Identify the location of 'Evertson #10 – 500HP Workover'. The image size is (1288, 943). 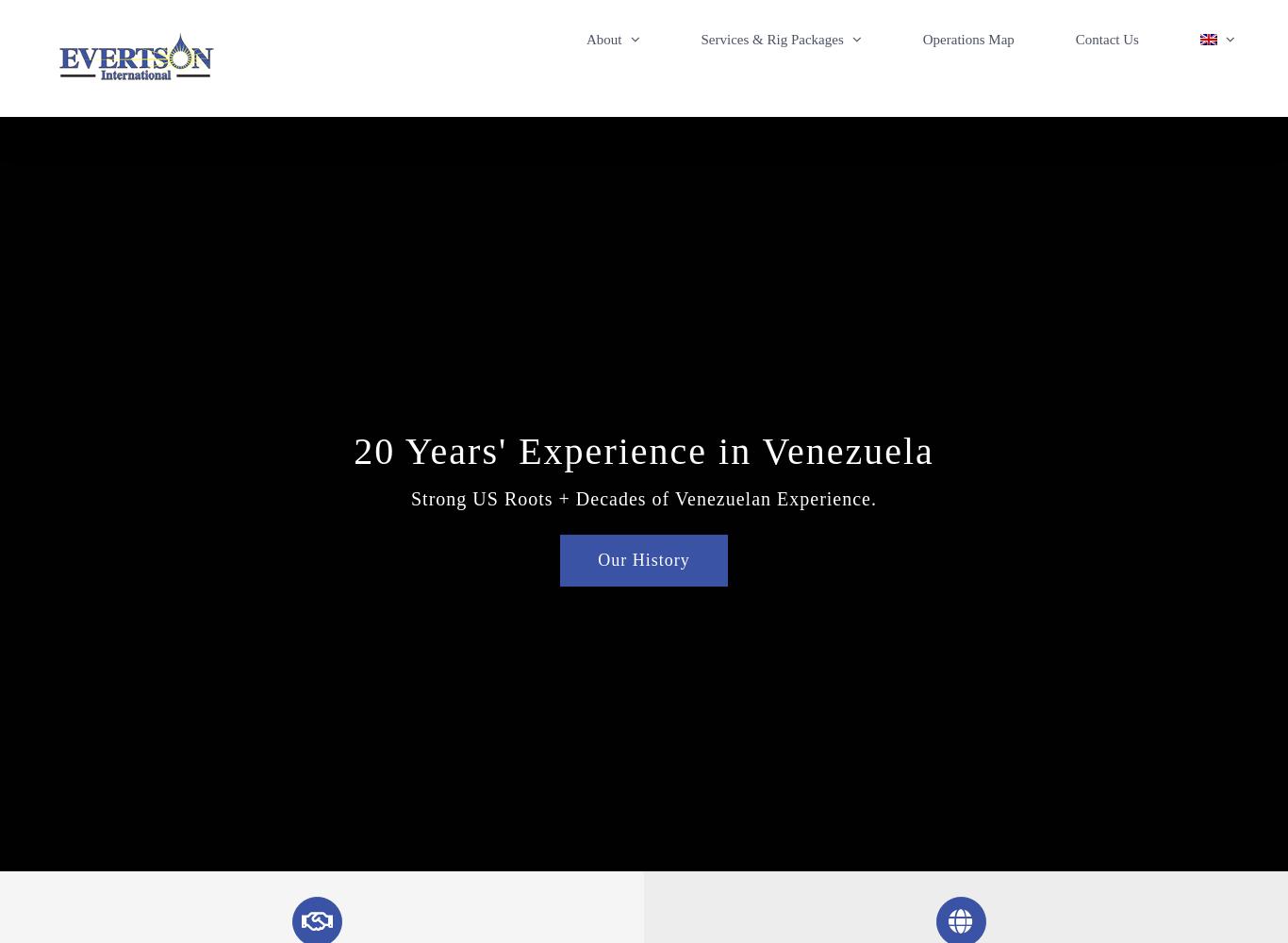
(719, 300).